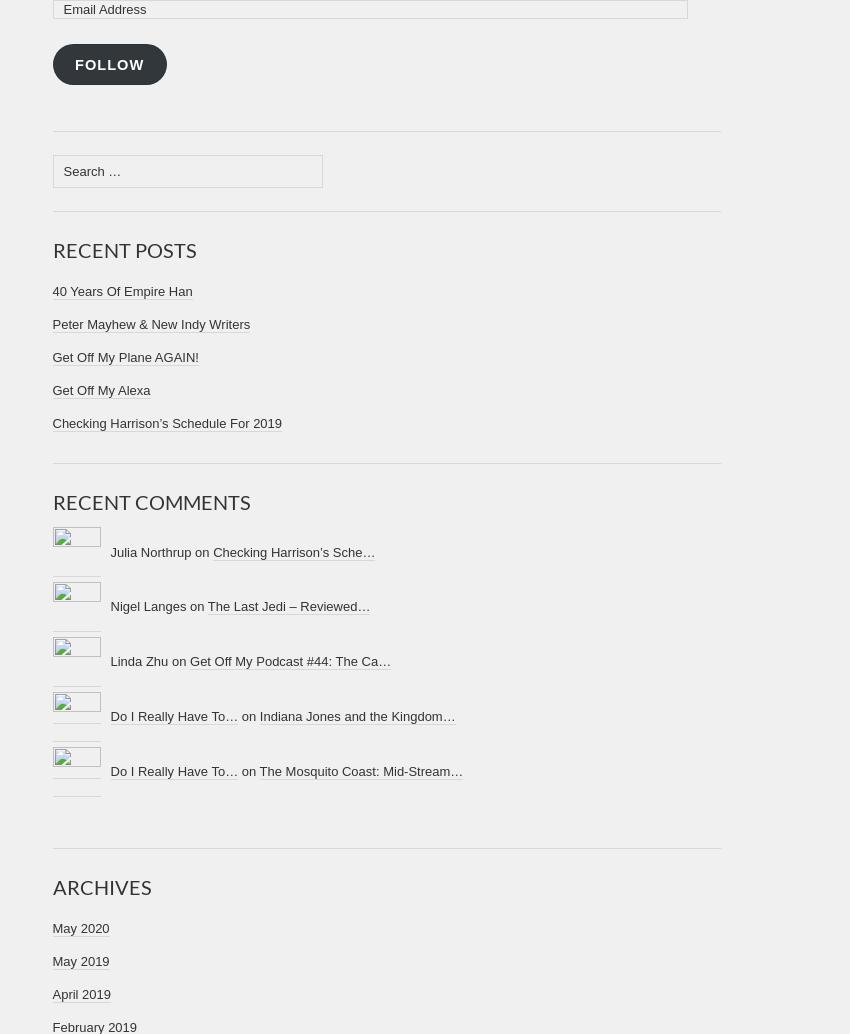 Image resolution: width=850 pixels, height=1034 pixels. I want to click on 'April 2019', so click(52, 993).